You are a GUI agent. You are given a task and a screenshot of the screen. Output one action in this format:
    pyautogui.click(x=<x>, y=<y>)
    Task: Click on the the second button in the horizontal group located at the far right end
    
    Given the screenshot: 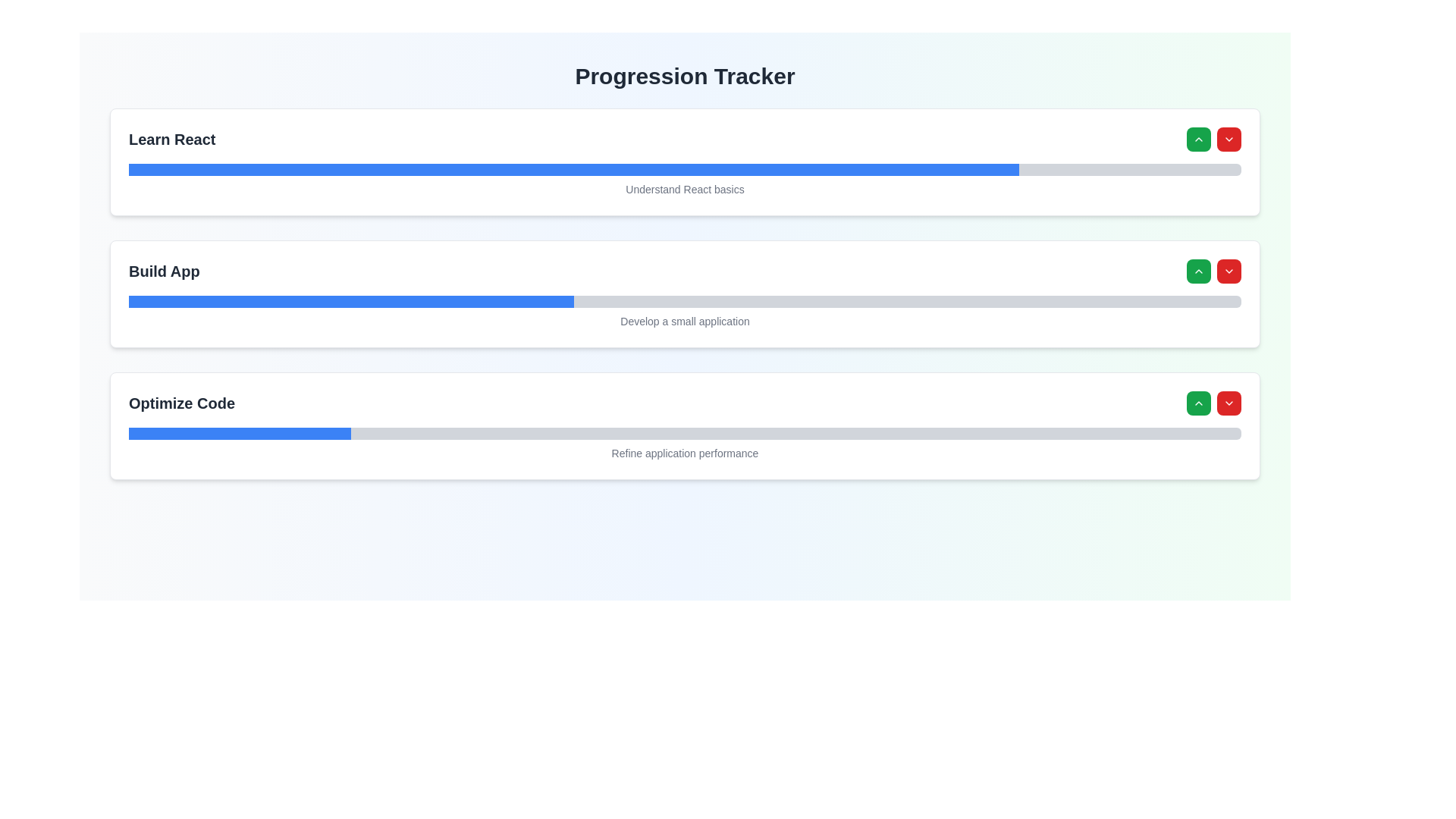 What is the action you would take?
    pyautogui.click(x=1229, y=403)
    